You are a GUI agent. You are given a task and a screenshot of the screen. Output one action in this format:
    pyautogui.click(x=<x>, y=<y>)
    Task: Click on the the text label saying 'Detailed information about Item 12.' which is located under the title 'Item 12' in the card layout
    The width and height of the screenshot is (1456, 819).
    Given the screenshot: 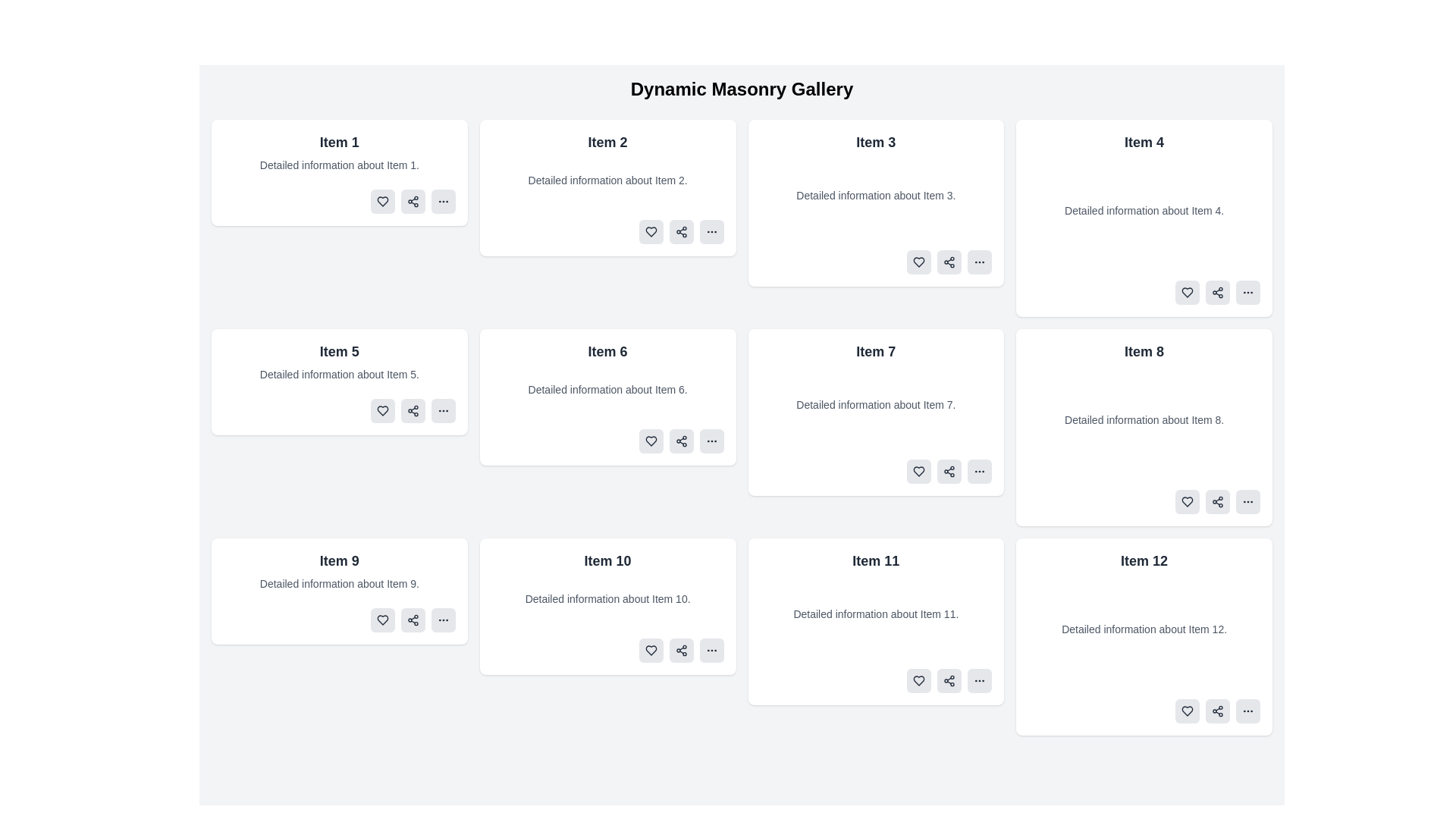 What is the action you would take?
    pyautogui.click(x=1144, y=629)
    